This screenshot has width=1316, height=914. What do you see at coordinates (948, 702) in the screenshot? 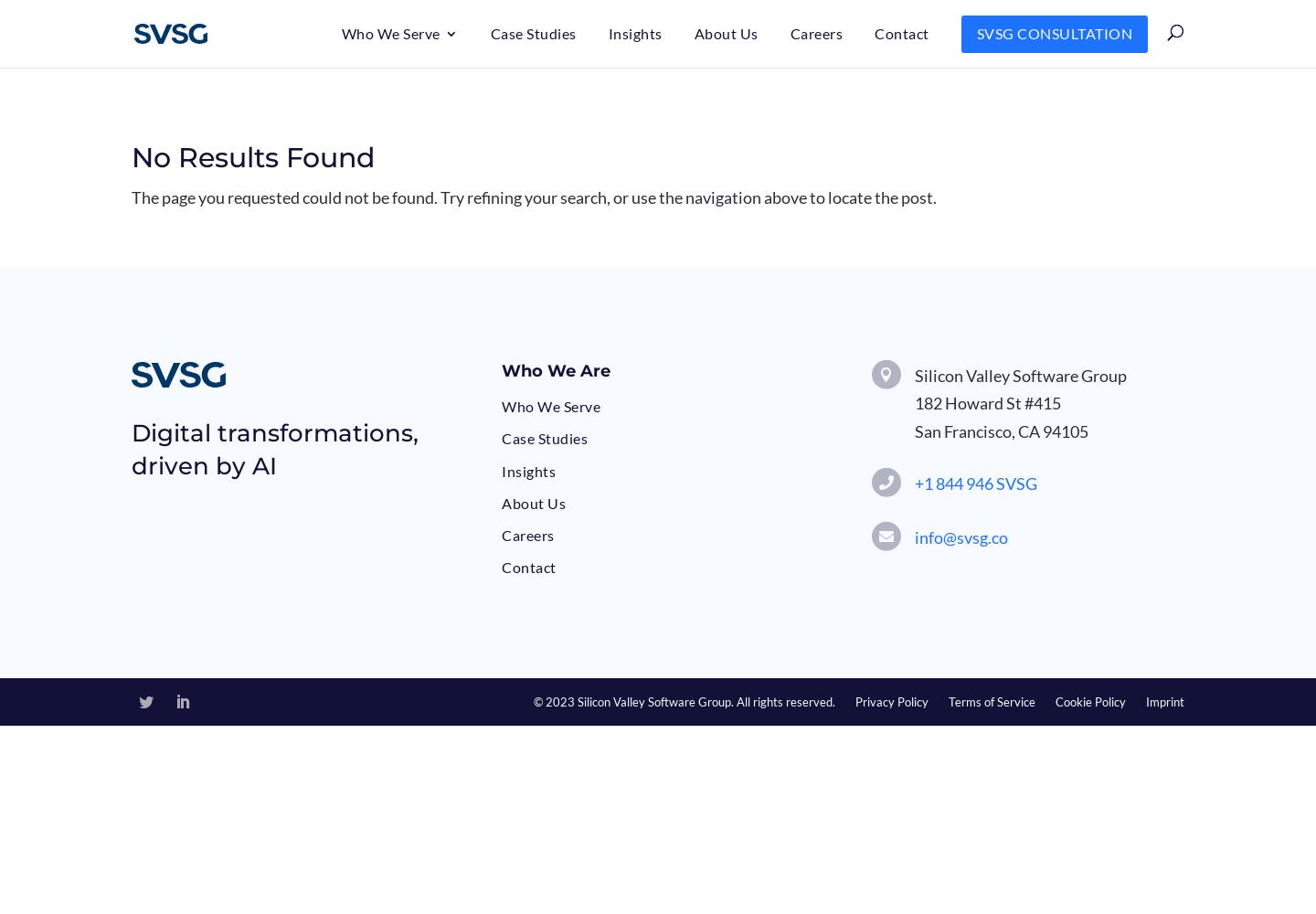
I see `'Terms of Service'` at bounding box center [948, 702].